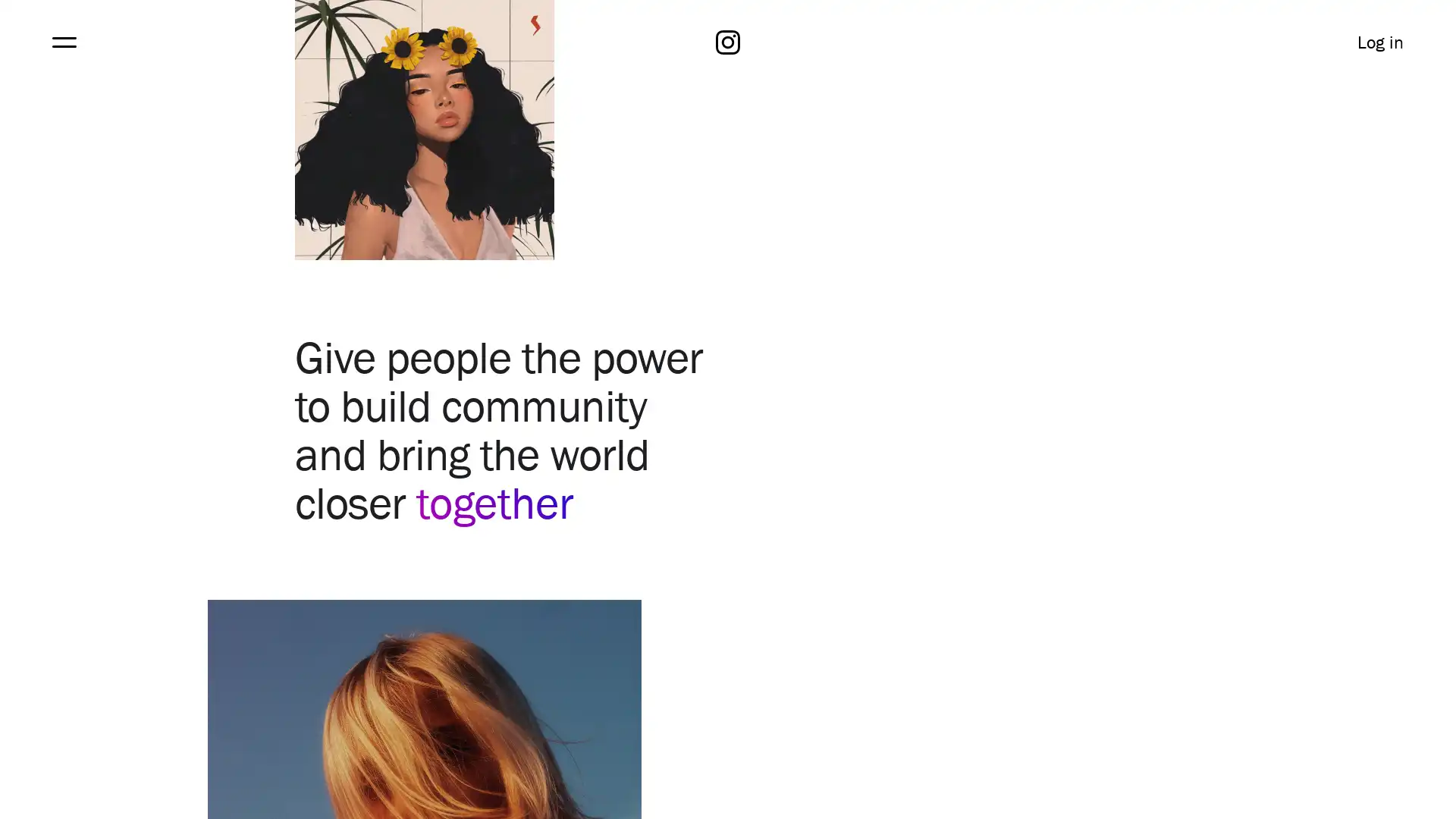  Describe the element at coordinates (62, 42) in the screenshot. I see `Site Navigation menu` at that location.